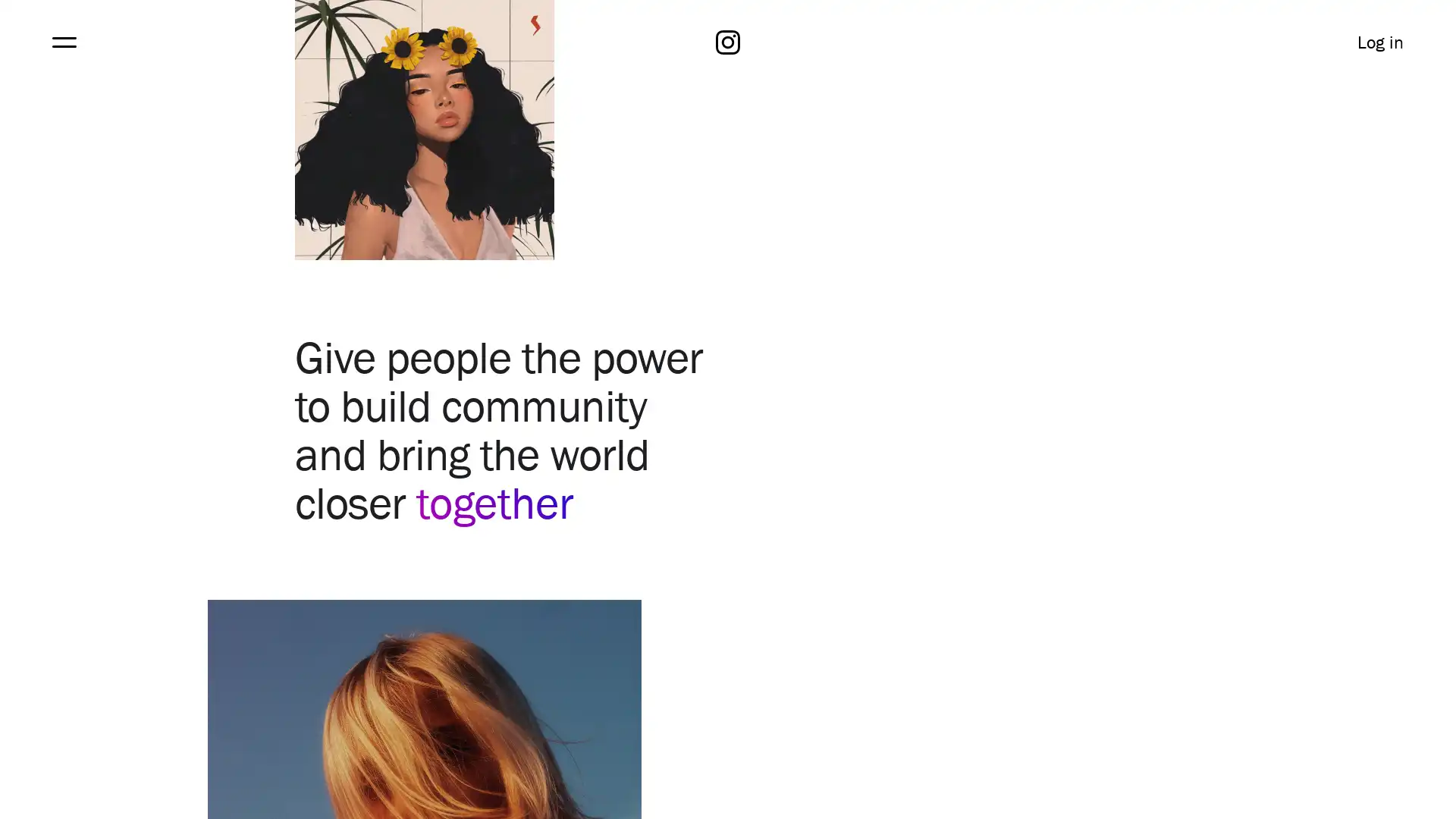  Describe the element at coordinates (62, 42) in the screenshot. I see `Site Navigation menu` at that location.